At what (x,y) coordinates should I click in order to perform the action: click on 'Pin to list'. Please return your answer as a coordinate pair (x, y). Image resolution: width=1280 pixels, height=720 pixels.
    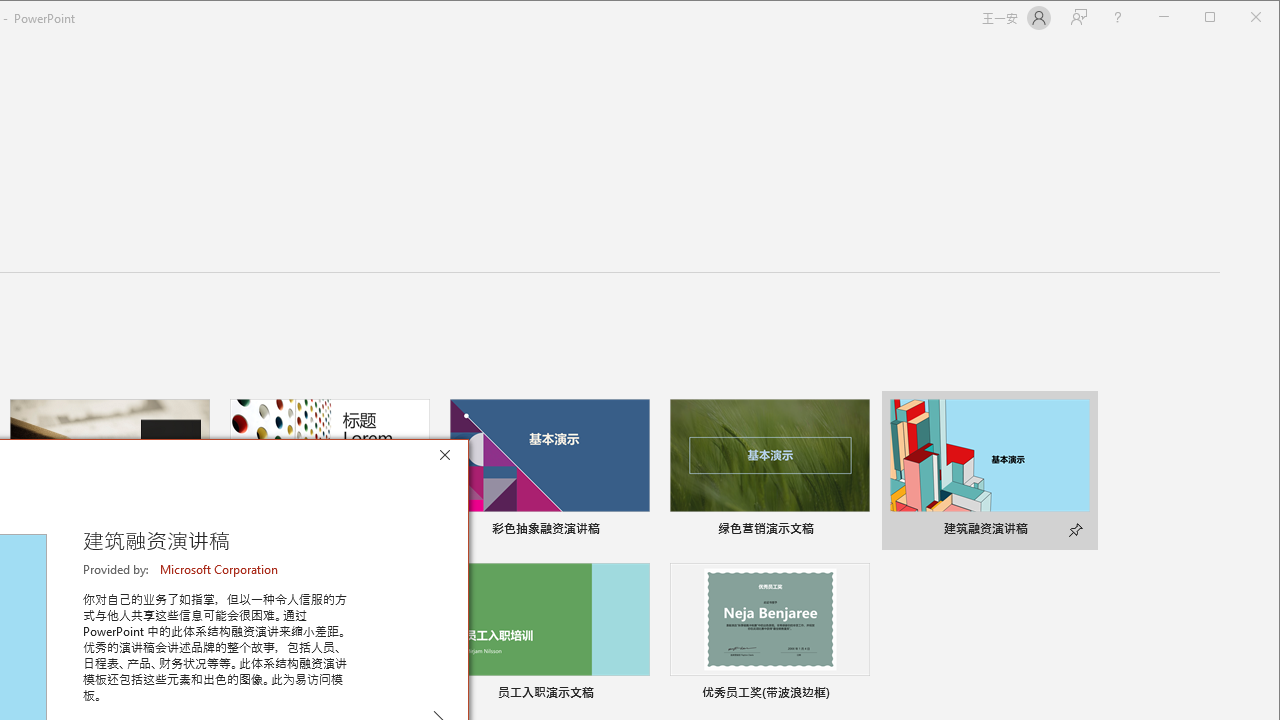
    Looking at the image, I should click on (856, 694).